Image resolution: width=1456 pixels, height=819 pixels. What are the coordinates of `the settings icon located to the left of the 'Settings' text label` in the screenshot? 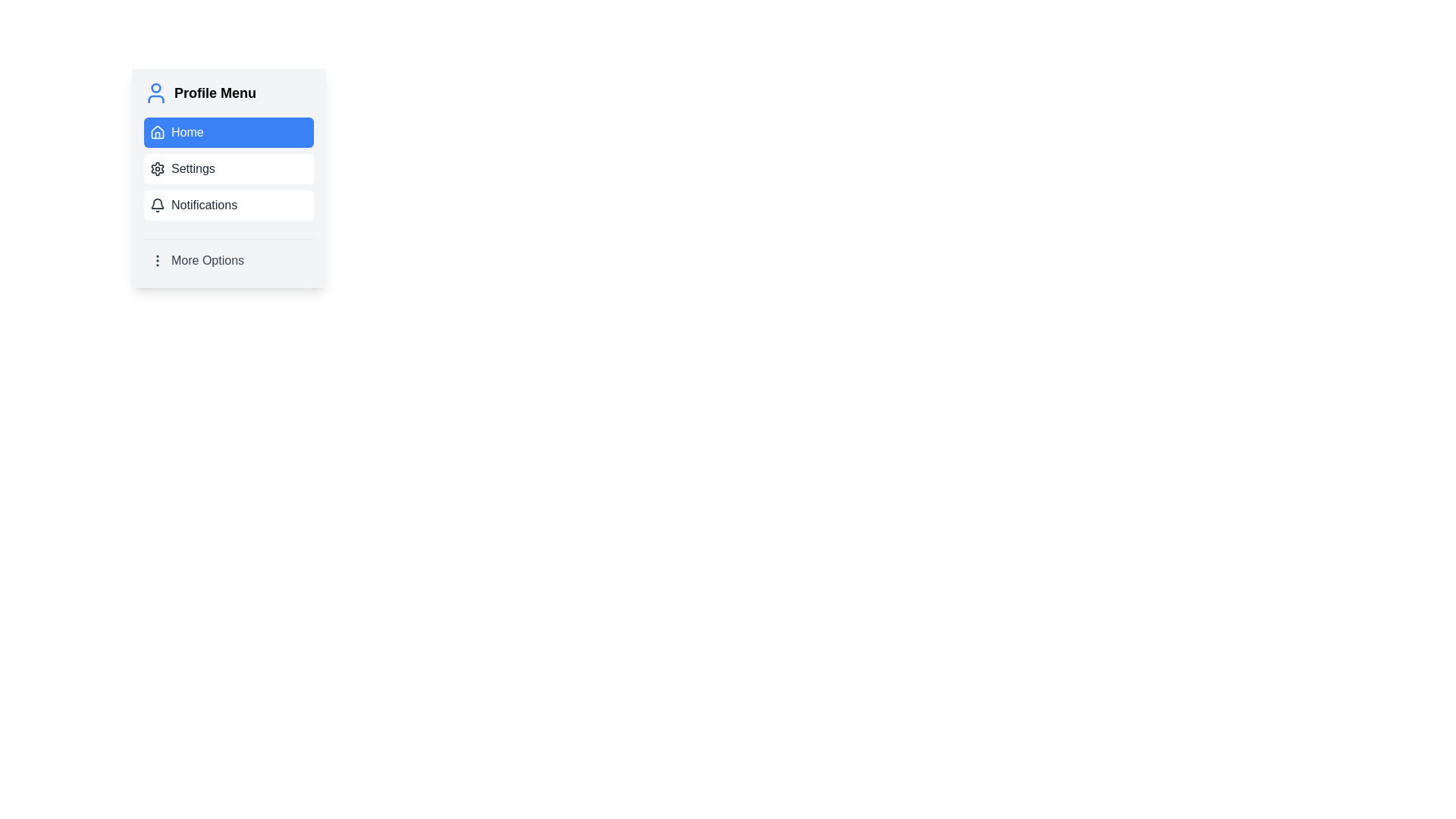 It's located at (157, 169).